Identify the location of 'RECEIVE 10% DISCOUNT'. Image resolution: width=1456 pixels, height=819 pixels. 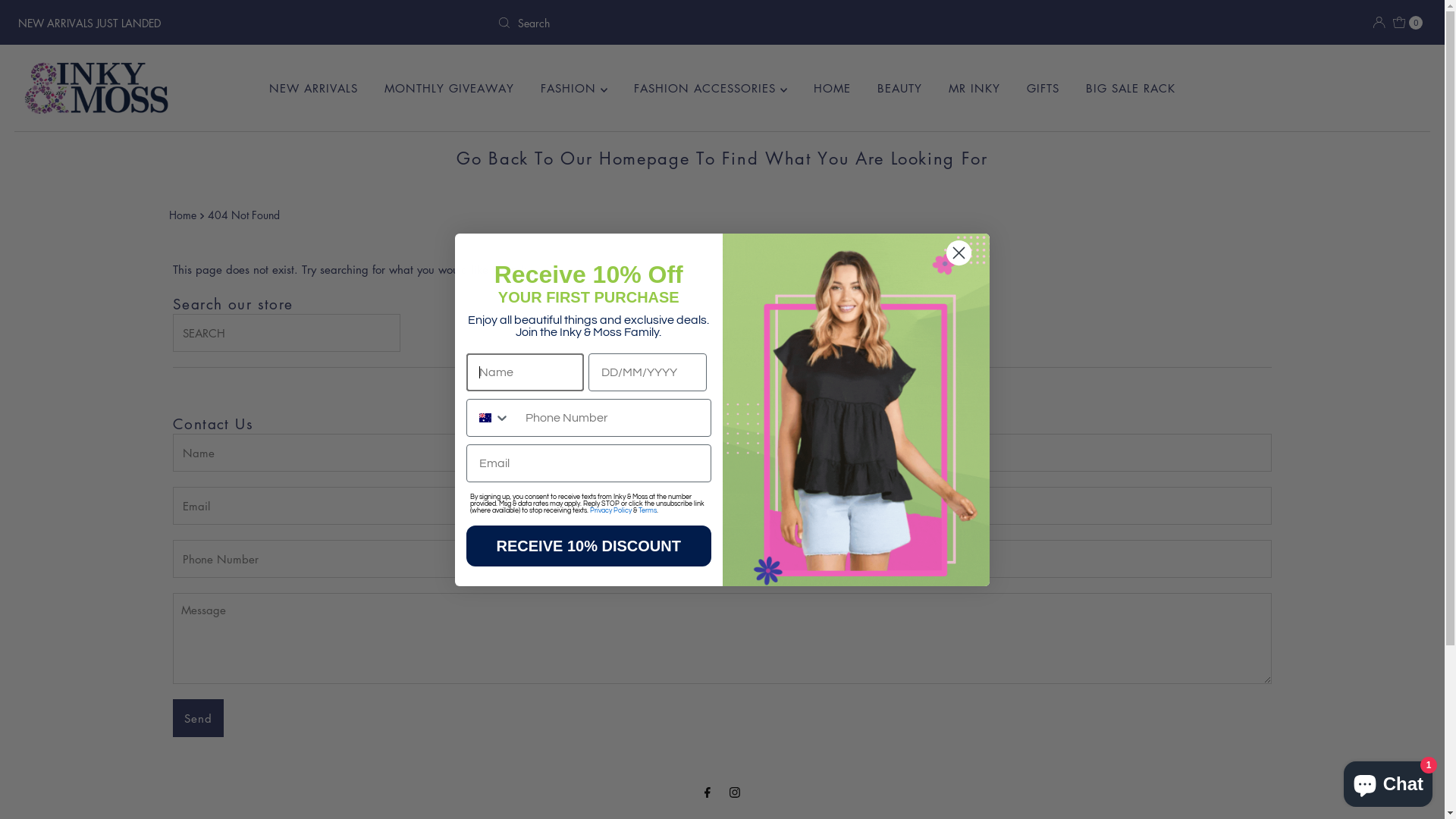
(588, 544).